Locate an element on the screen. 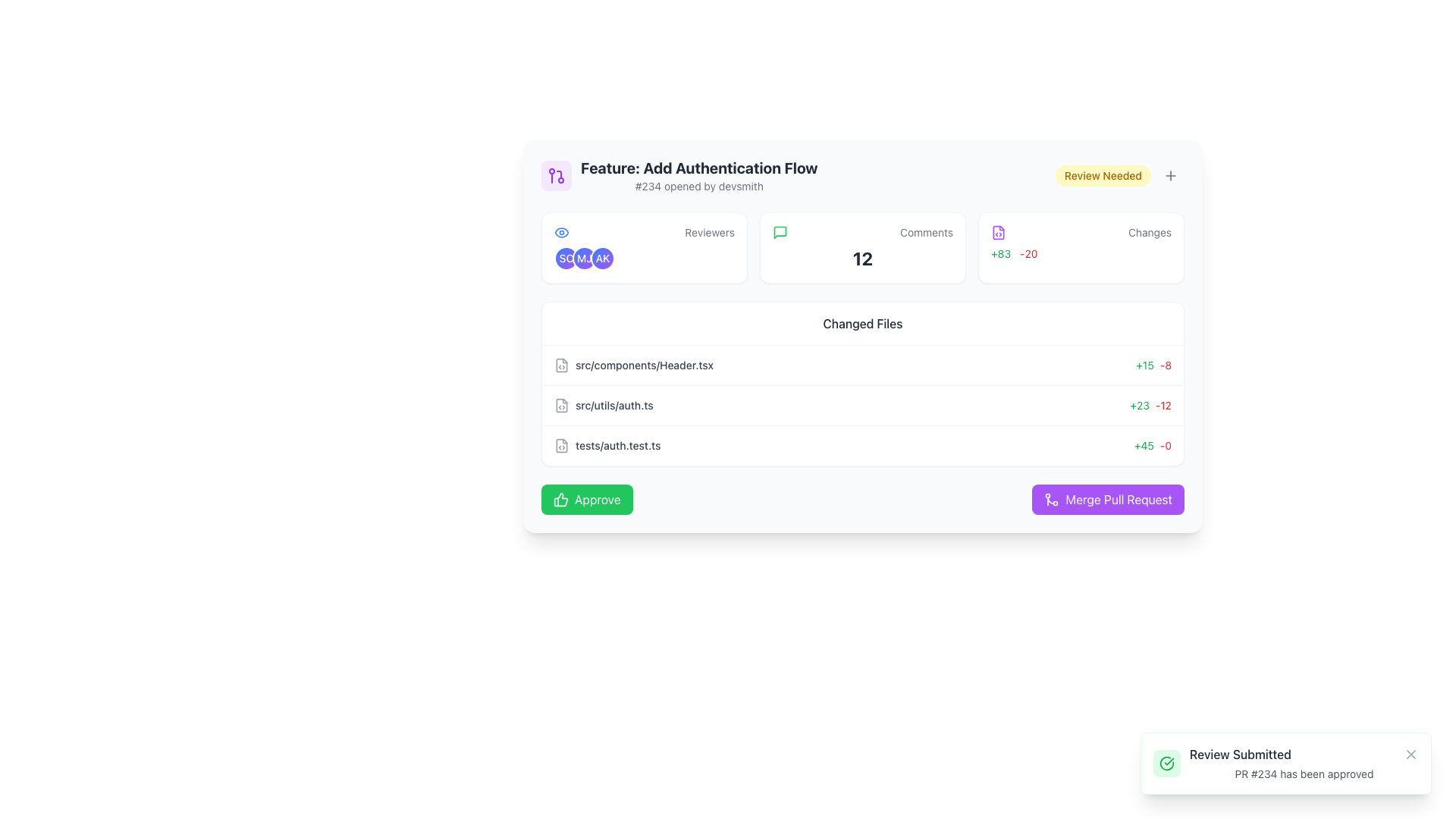 Image resolution: width=1456 pixels, height=819 pixels. the label displaying the text '+45-0', which is styled with '+45' in green and '-0' in red, located to the right of the file name 'tests/auth.test.ts' in the 'Changed Files' section is located at coordinates (1153, 444).